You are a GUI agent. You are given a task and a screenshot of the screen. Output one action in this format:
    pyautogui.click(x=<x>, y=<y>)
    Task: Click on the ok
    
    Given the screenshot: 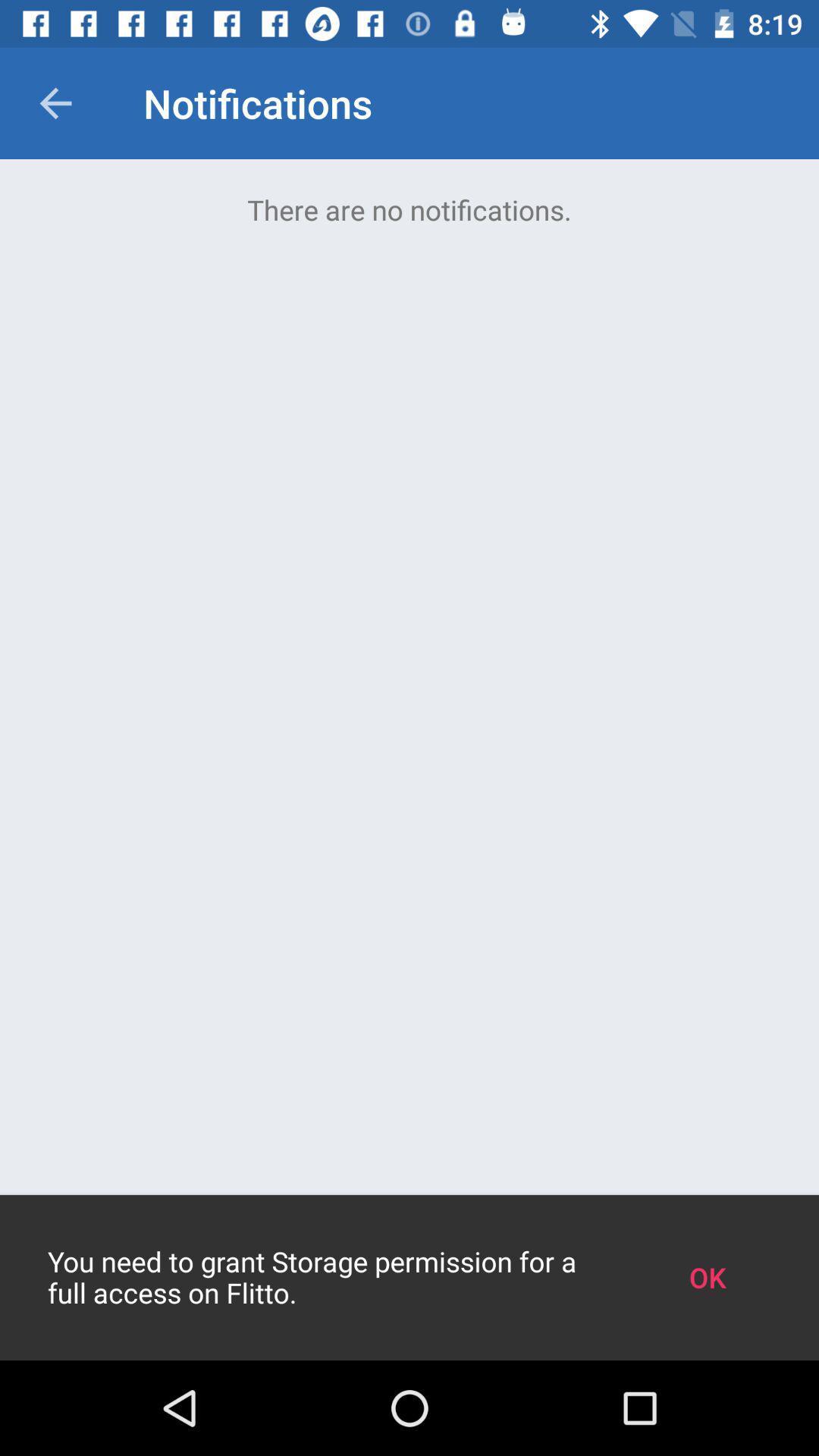 What is the action you would take?
    pyautogui.click(x=708, y=1276)
    